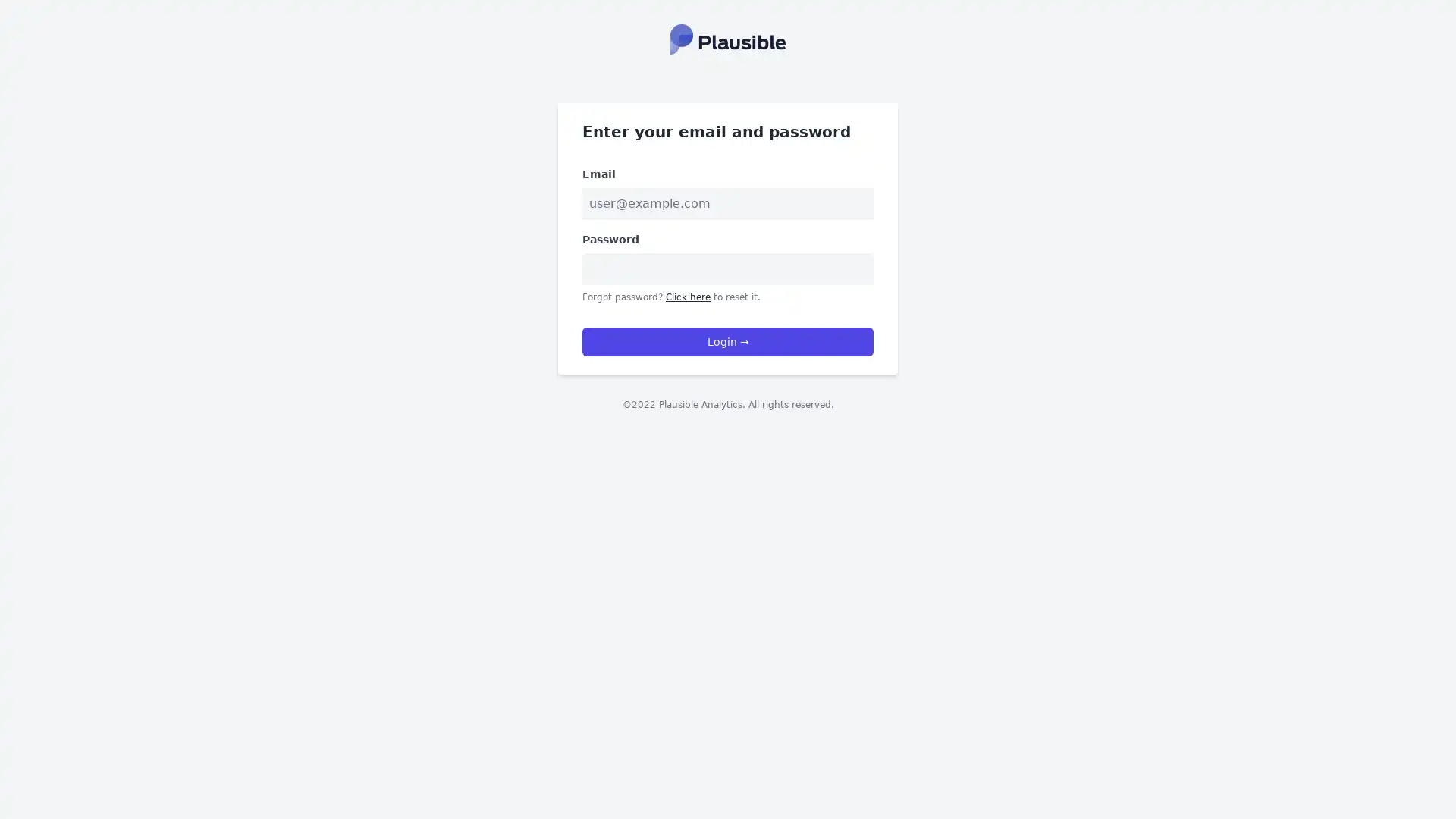 The height and width of the screenshot is (819, 1456). What do you see at coordinates (728, 342) in the screenshot?
I see `Login` at bounding box center [728, 342].